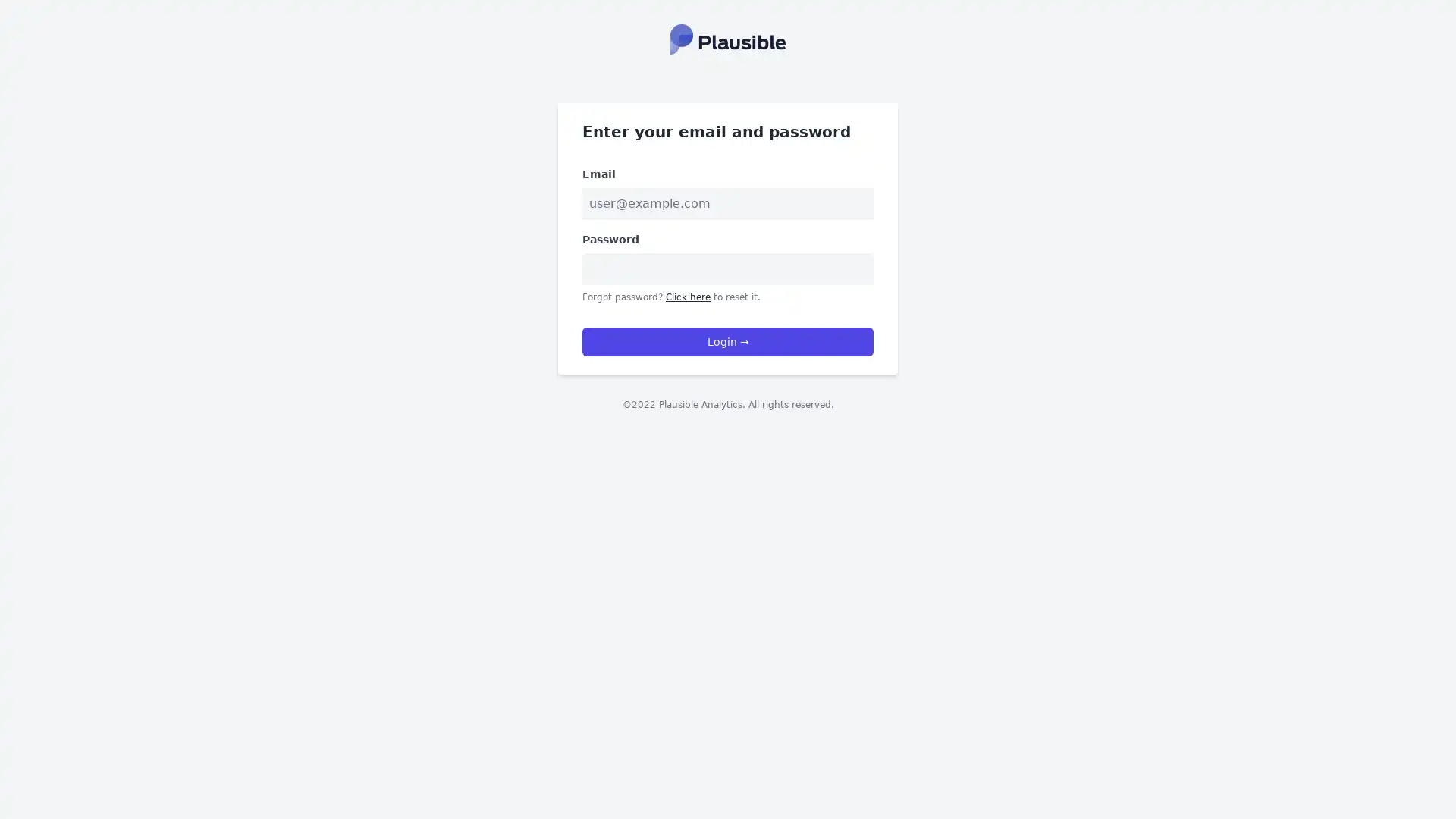 The height and width of the screenshot is (819, 1456). What do you see at coordinates (728, 342) in the screenshot?
I see `Login` at bounding box center [728, 342].